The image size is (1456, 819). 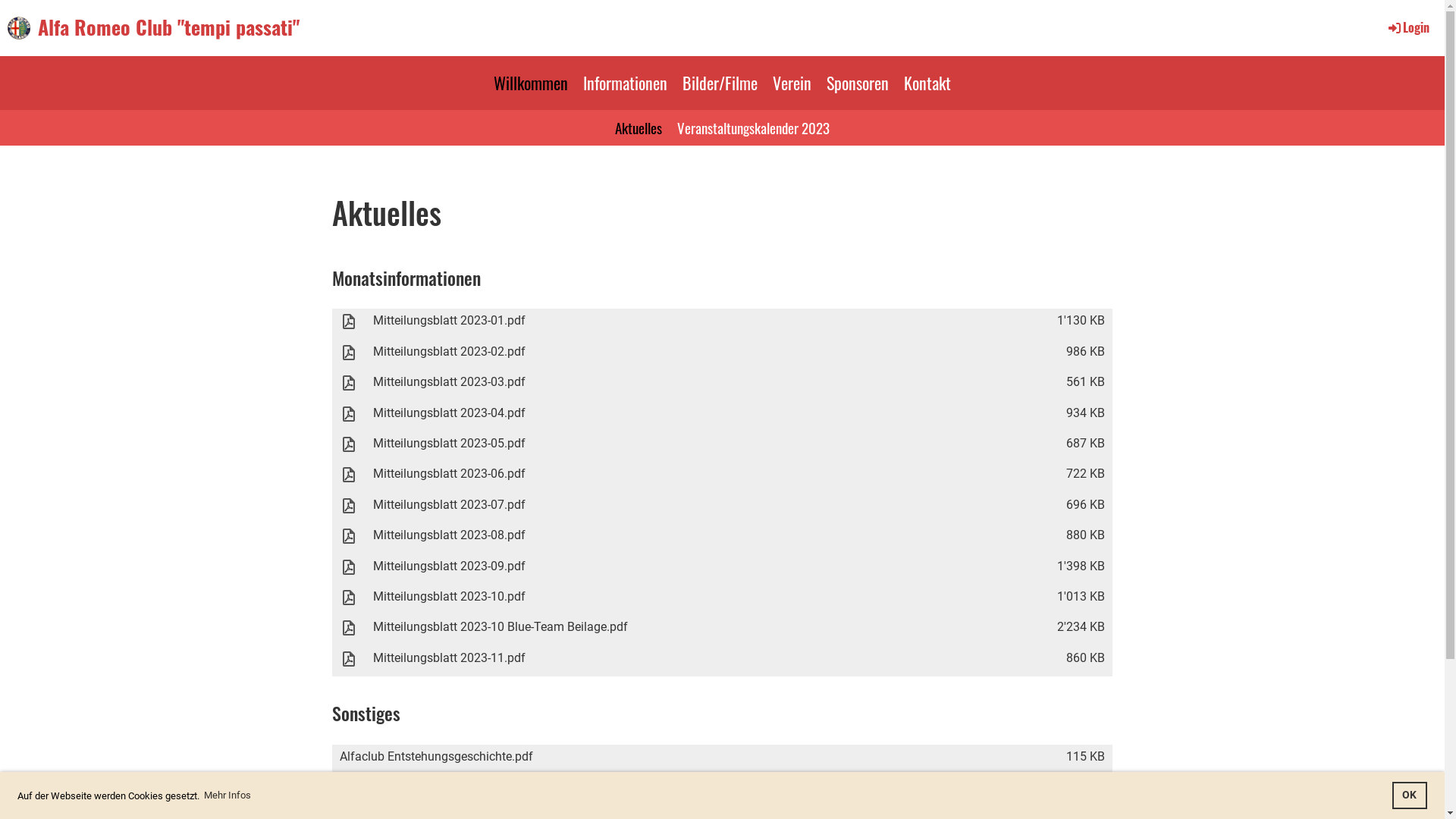 What do you see at coordinates (896, 83) in the screenshot?
I see `'Kontakt'` at bounding box center [896, 83].